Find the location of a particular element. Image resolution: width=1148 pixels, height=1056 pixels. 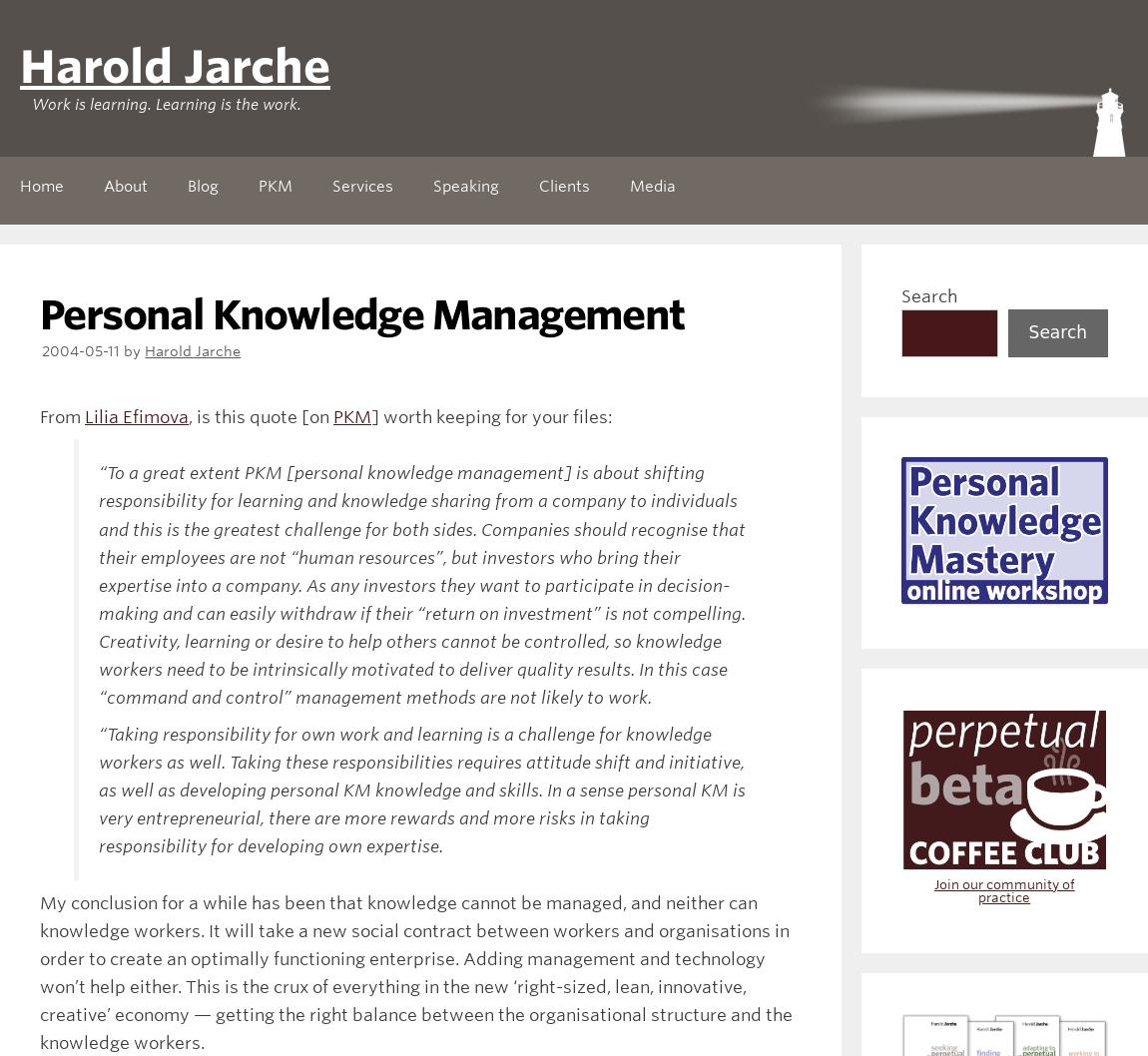

'by' is located at coordinates (133, 348).